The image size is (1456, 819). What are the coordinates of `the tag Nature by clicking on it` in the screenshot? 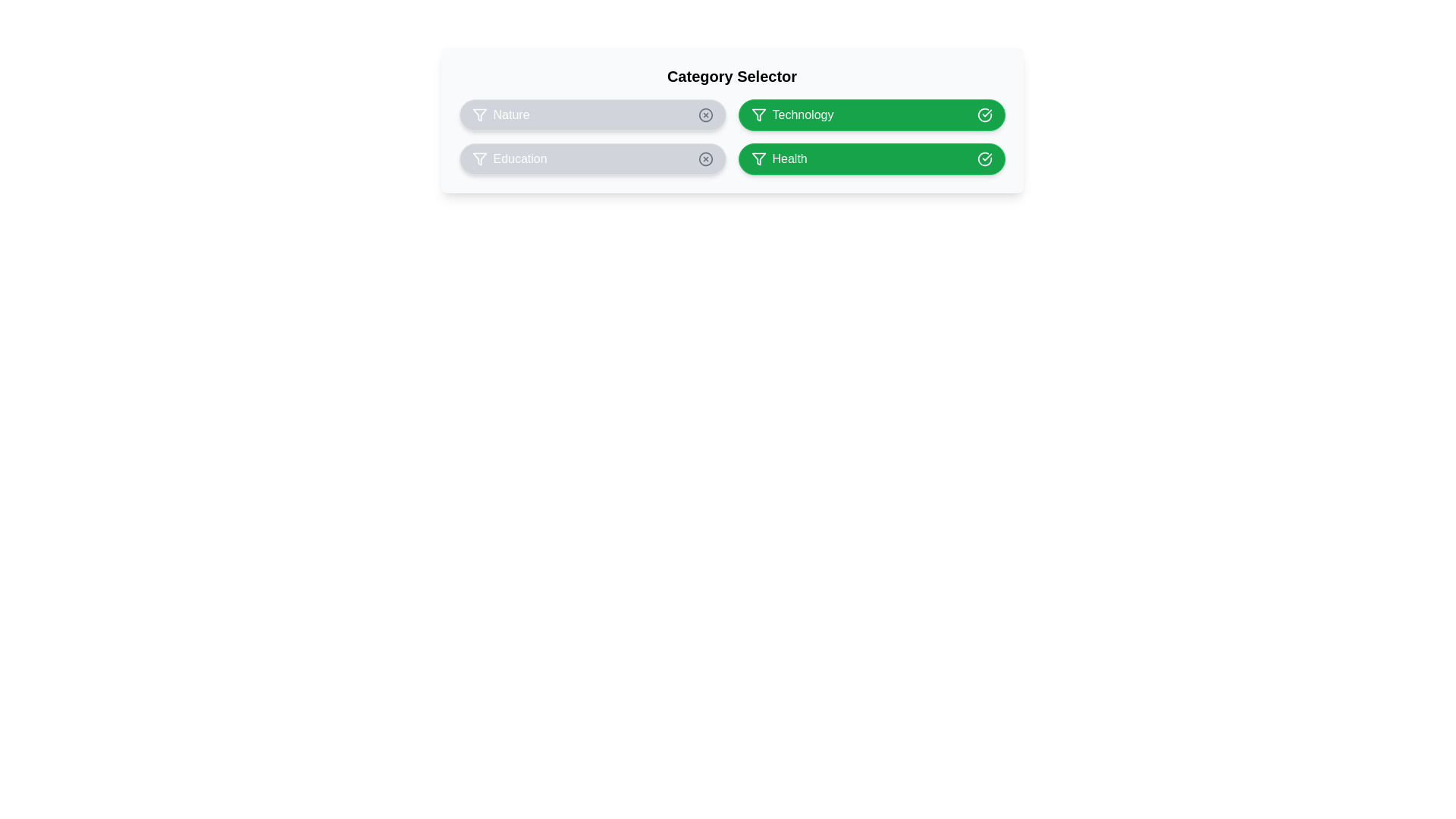 It's located at (591, 114).